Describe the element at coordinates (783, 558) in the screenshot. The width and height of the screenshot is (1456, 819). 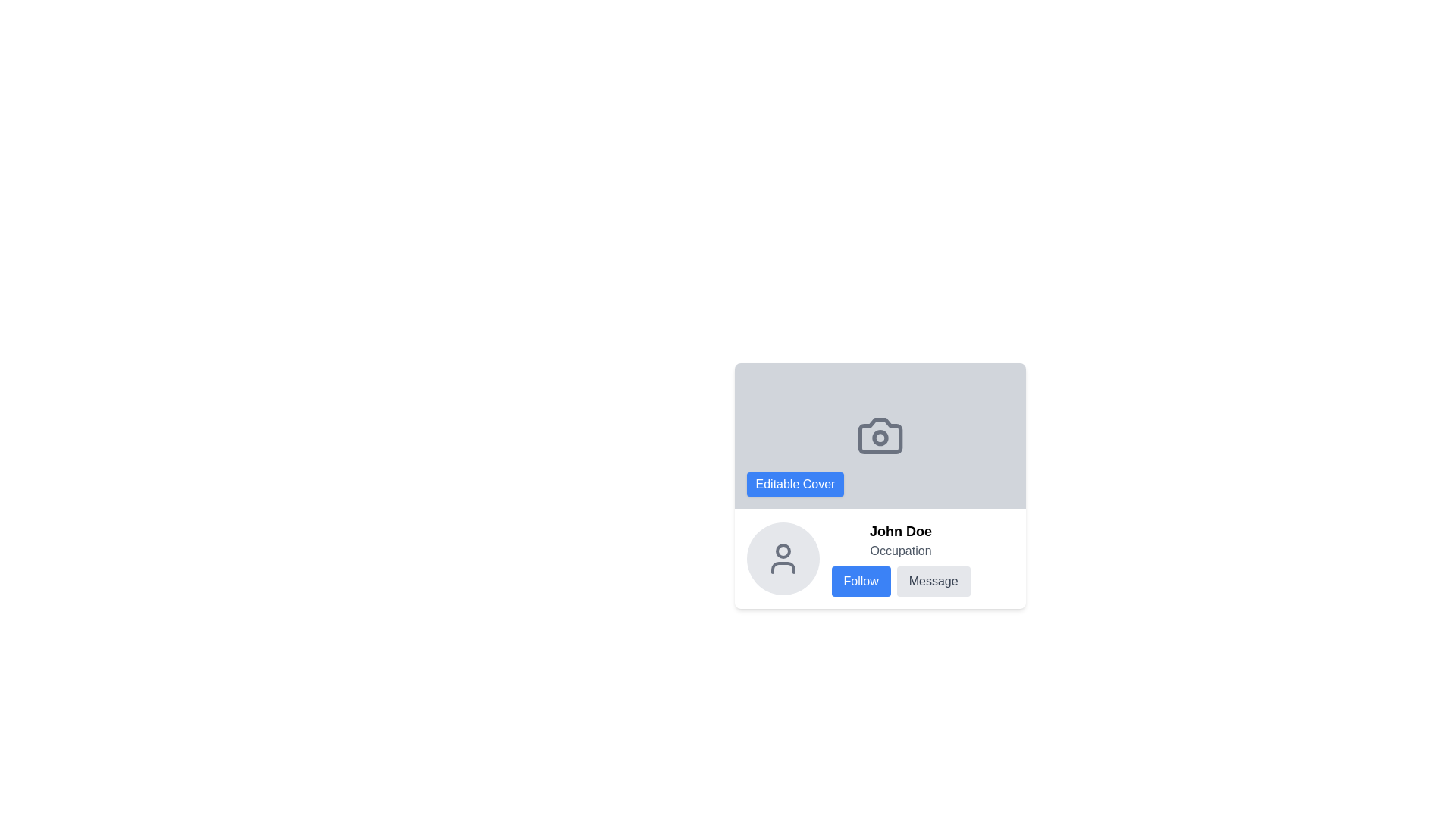
I see `the circular gray Image Placeholder with a rounded profile icon located in the left-half of the profile card section` at that location.